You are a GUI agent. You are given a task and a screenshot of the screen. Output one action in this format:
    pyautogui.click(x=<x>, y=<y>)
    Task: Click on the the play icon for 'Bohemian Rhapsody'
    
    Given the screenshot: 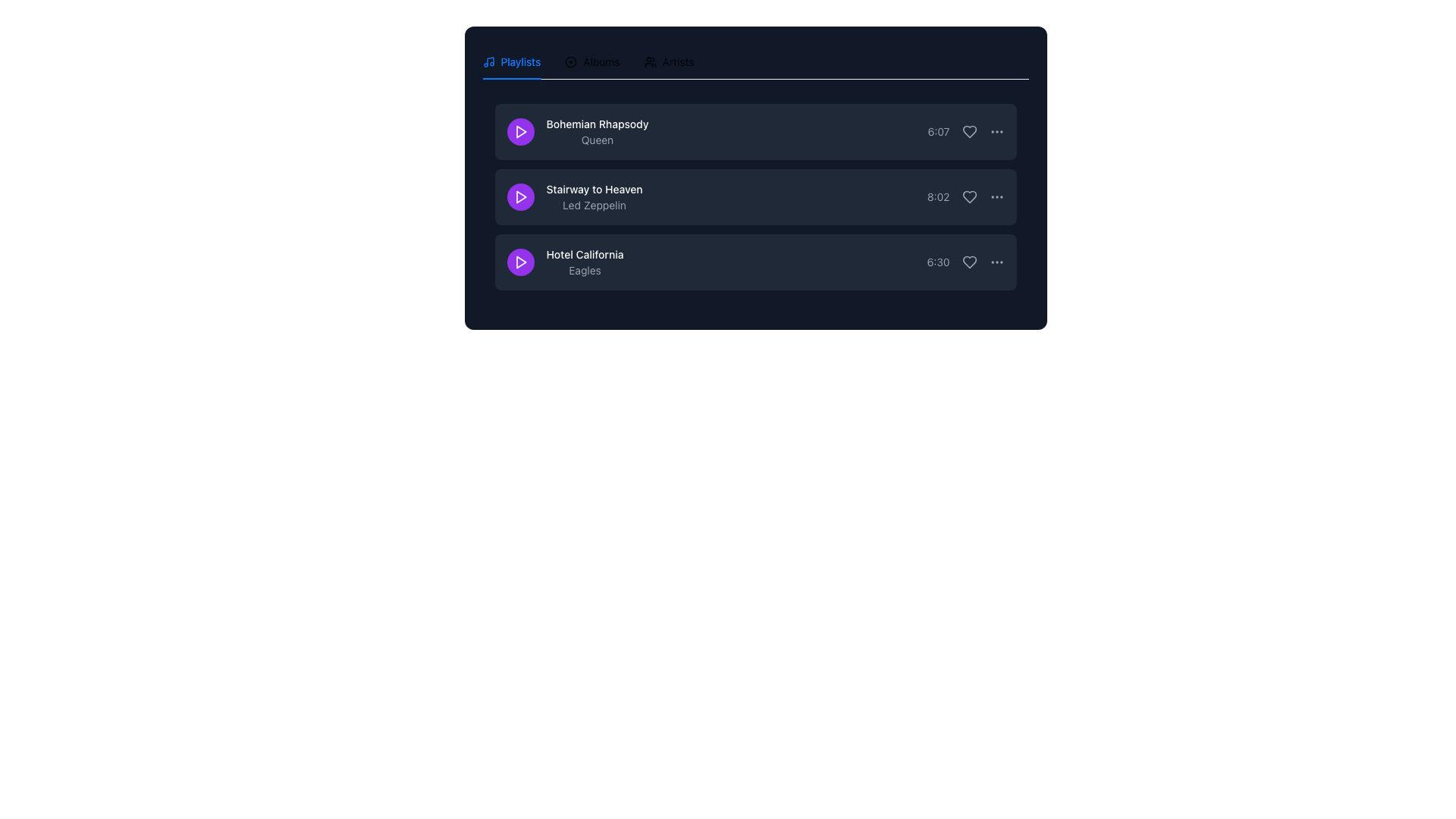 What is the action you would take?
    pyautogui.click(x=521, y=130)
    